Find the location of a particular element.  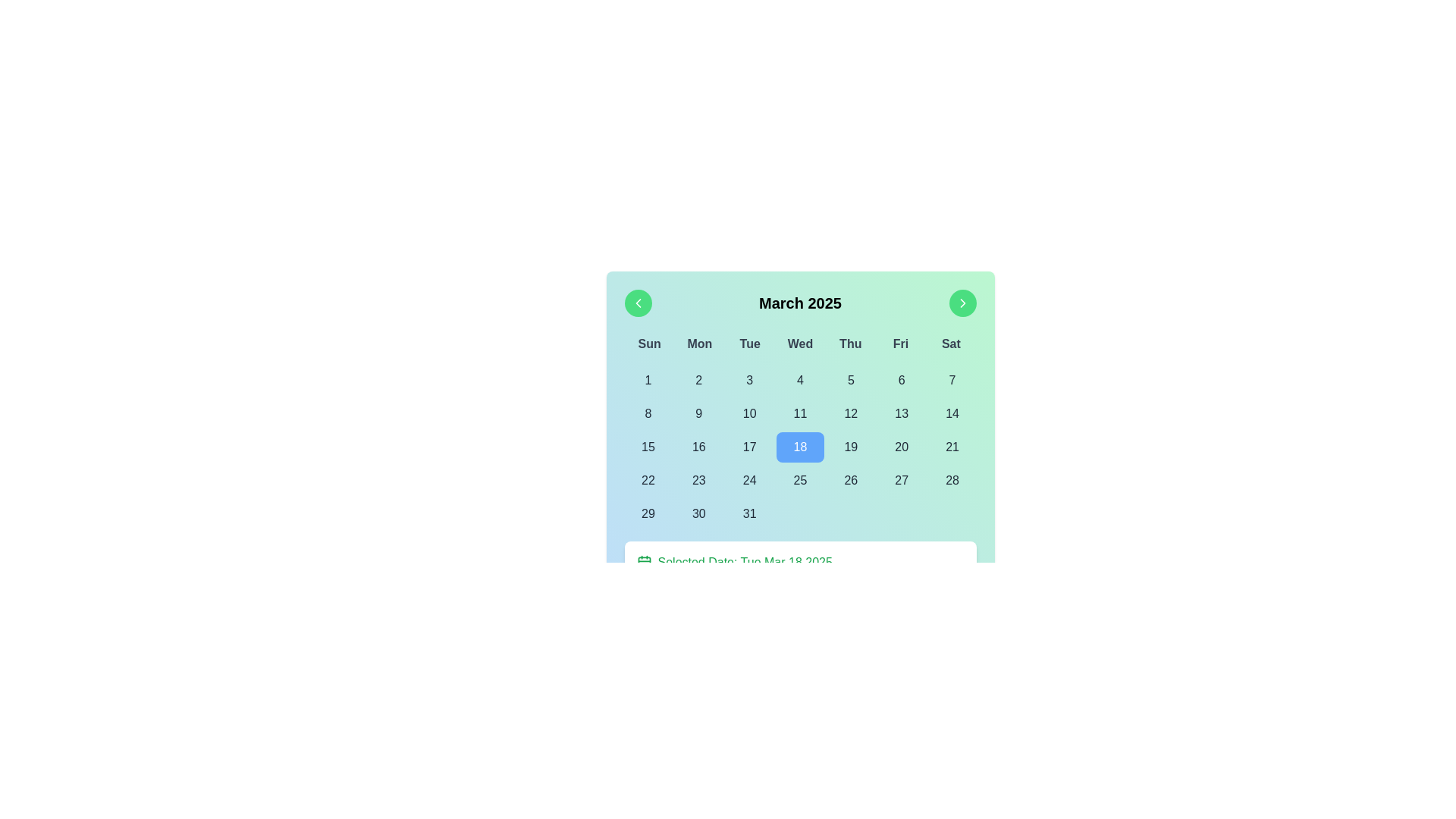

the chevron icon located in the top-right corner of the calendar interface is located at coordinates (962, 303).